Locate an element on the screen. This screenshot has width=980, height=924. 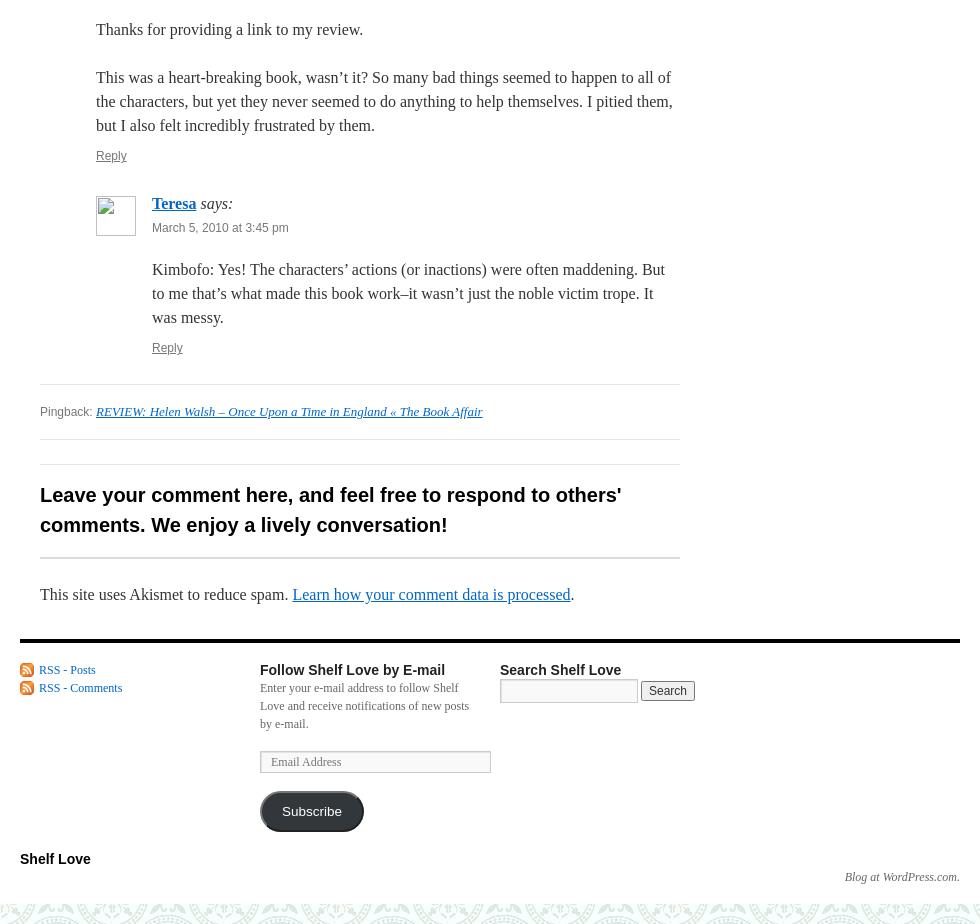
'Teresa' is located at coordinates (174, 203).